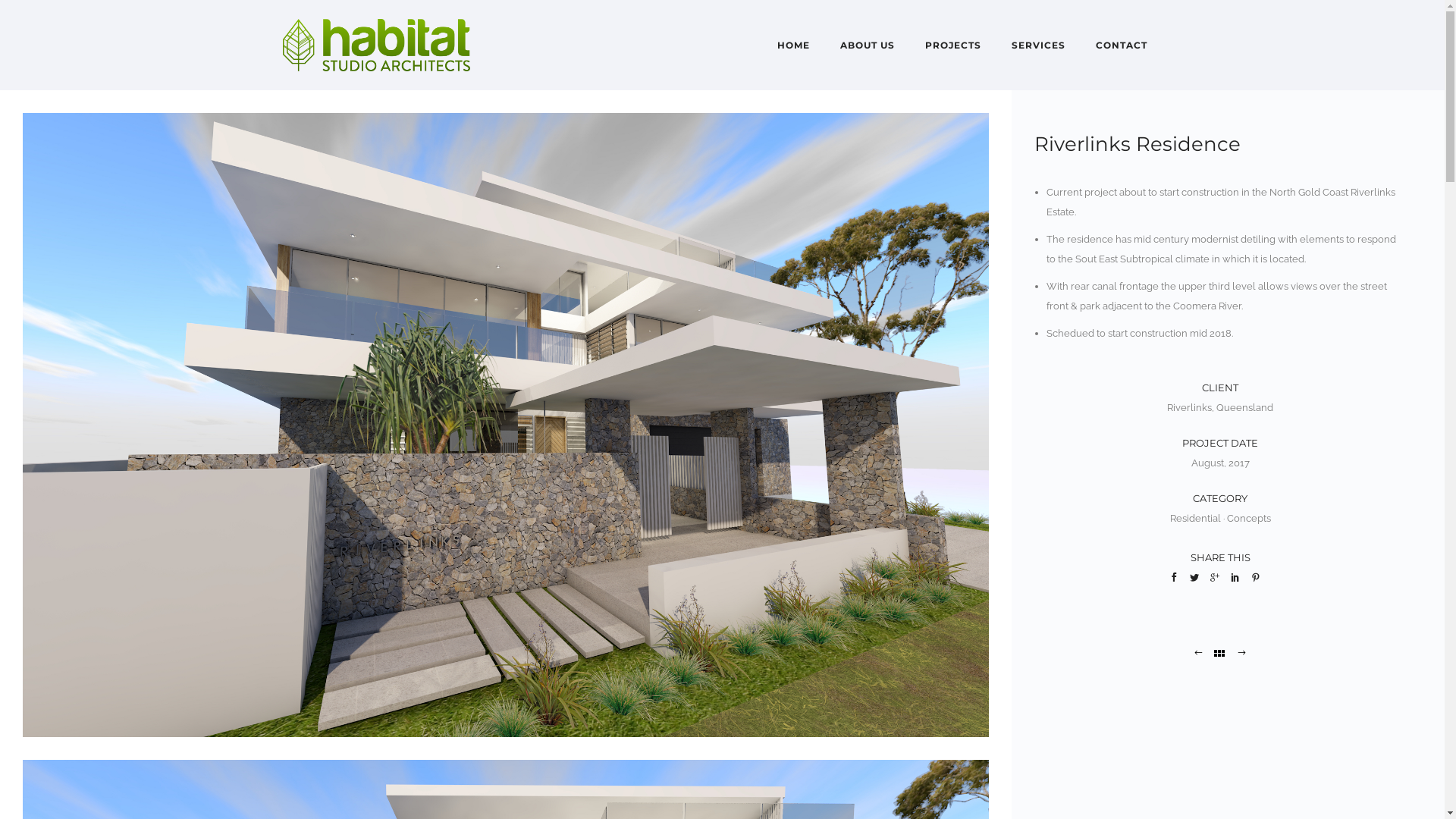  What do you see at coordinates (1121, 44) in the screenshot?
I see `'CONTACT'` at bounding box center [1121, 44].